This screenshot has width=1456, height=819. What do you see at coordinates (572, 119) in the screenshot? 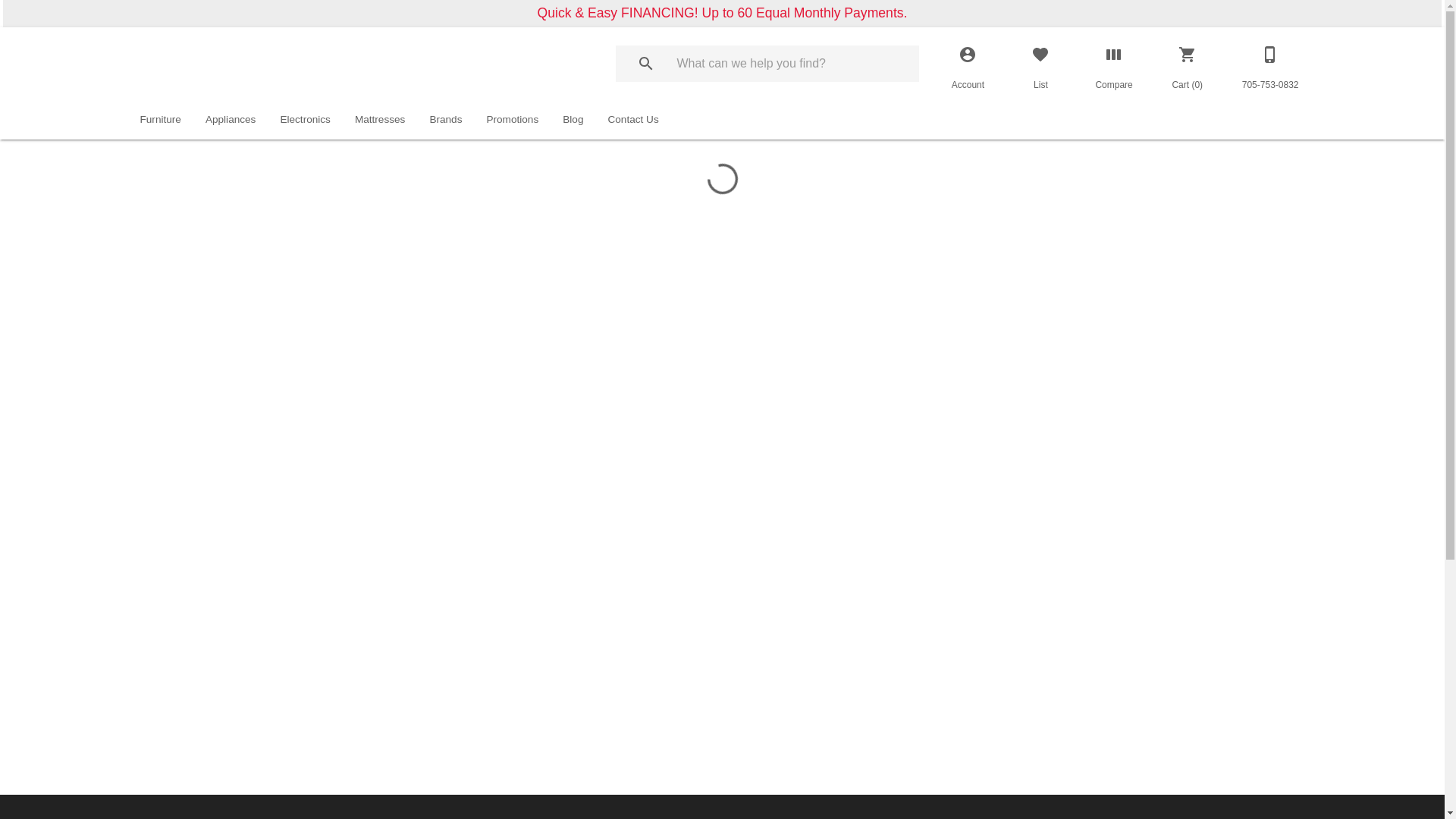
I see `'Blog'` at bounding box center [572, 119].